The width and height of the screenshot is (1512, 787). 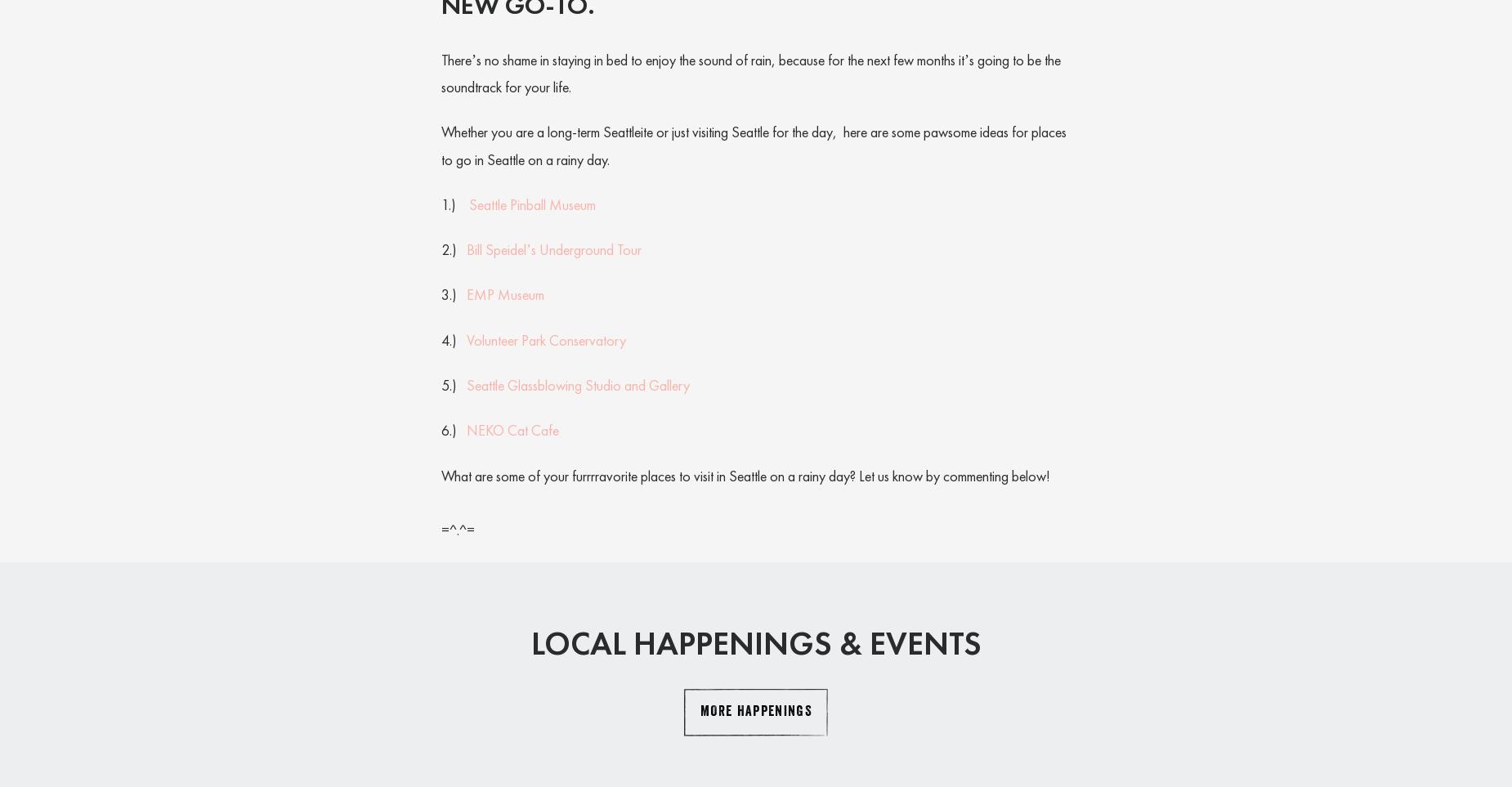 What do you see at coordinates (754, 144) in the screenshot?
I see `'Whether you are a long-term Seattleite or just visiting Seattle for the day,  here are some pawsome ideas for places to go in Seattle on a rainy day.'` at bounding box center [754, 144].